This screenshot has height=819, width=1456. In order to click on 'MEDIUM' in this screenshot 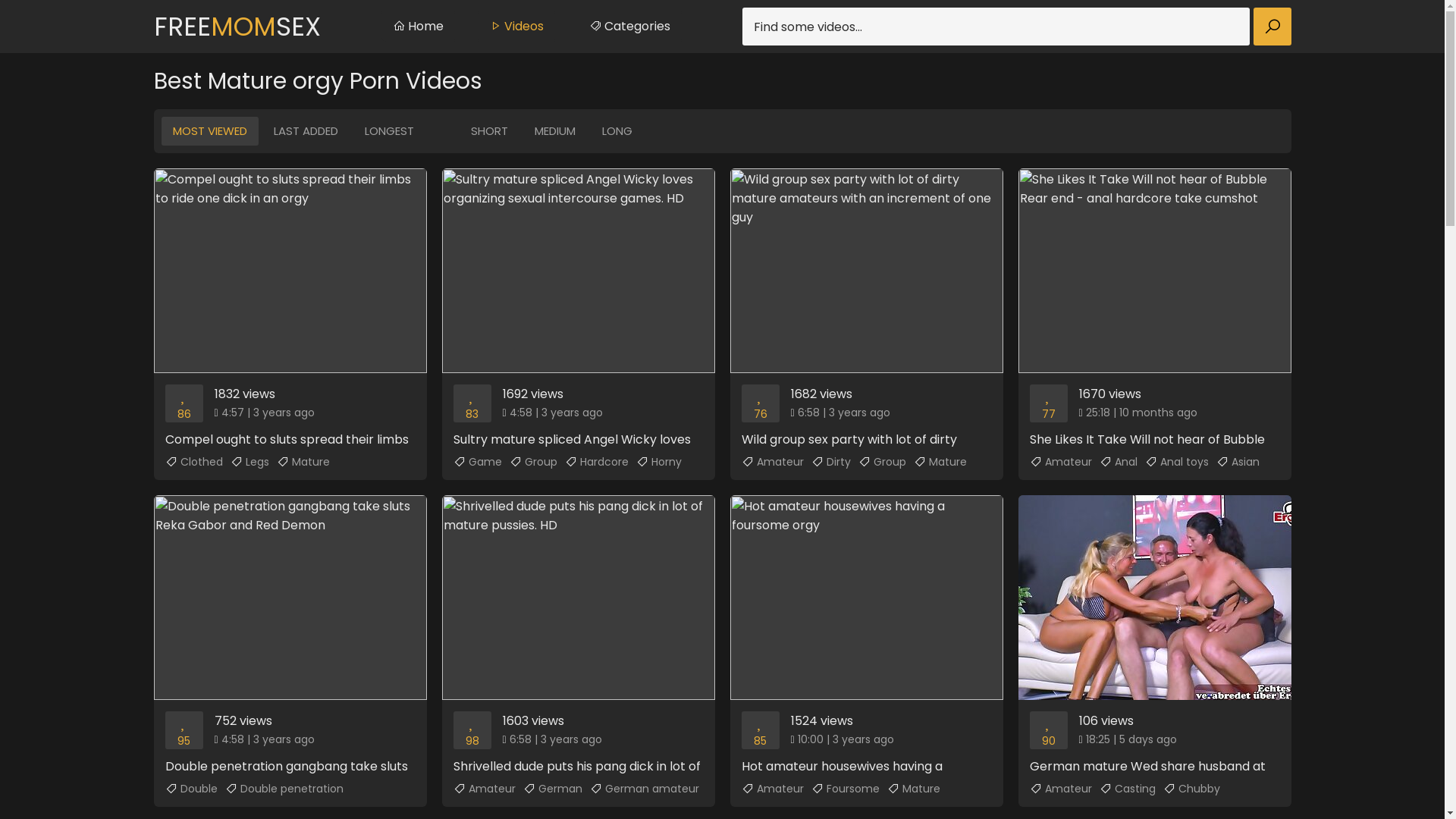, I will do `click(554, 130)`.